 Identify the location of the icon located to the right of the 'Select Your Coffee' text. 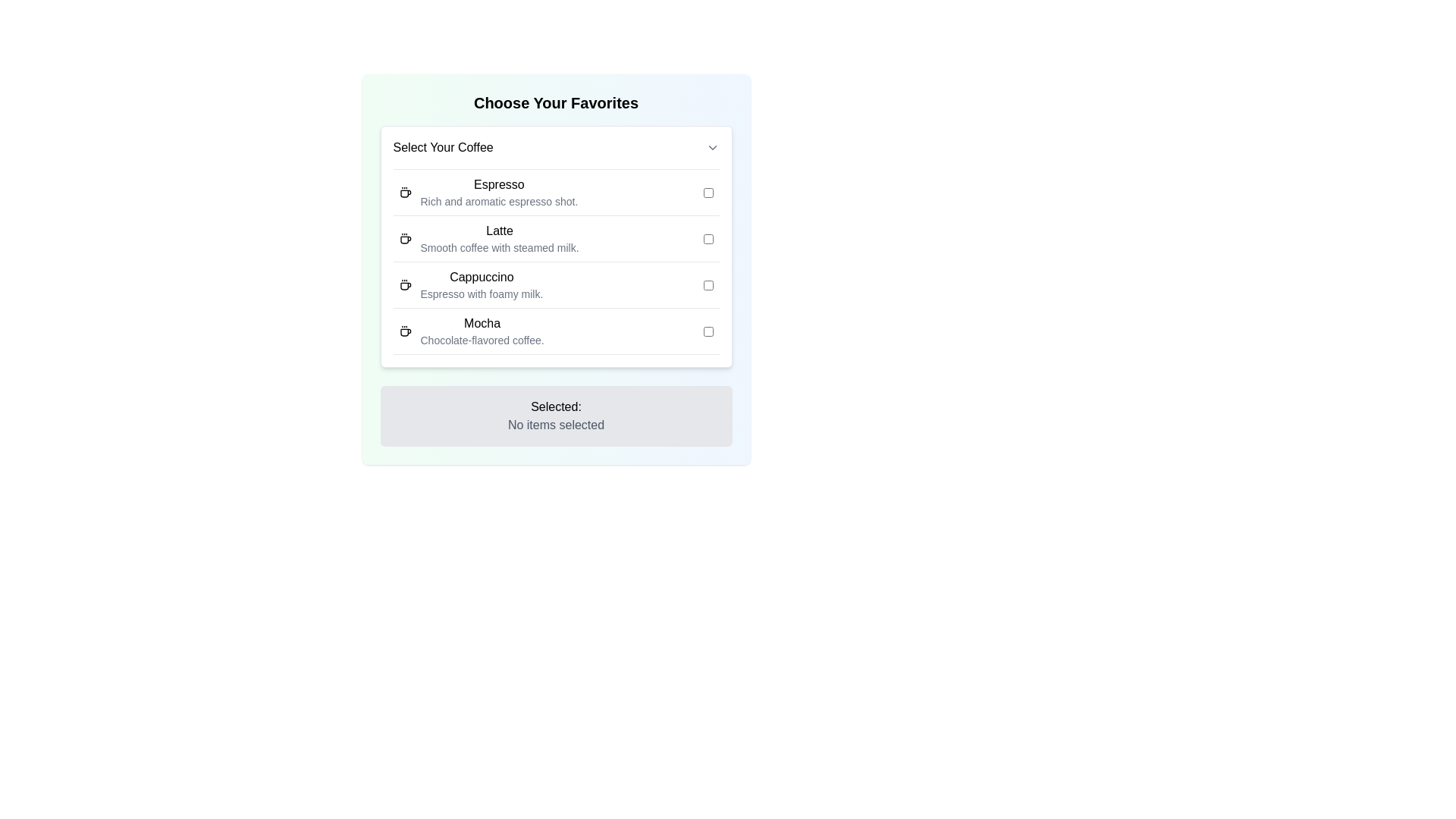
(711, 148).